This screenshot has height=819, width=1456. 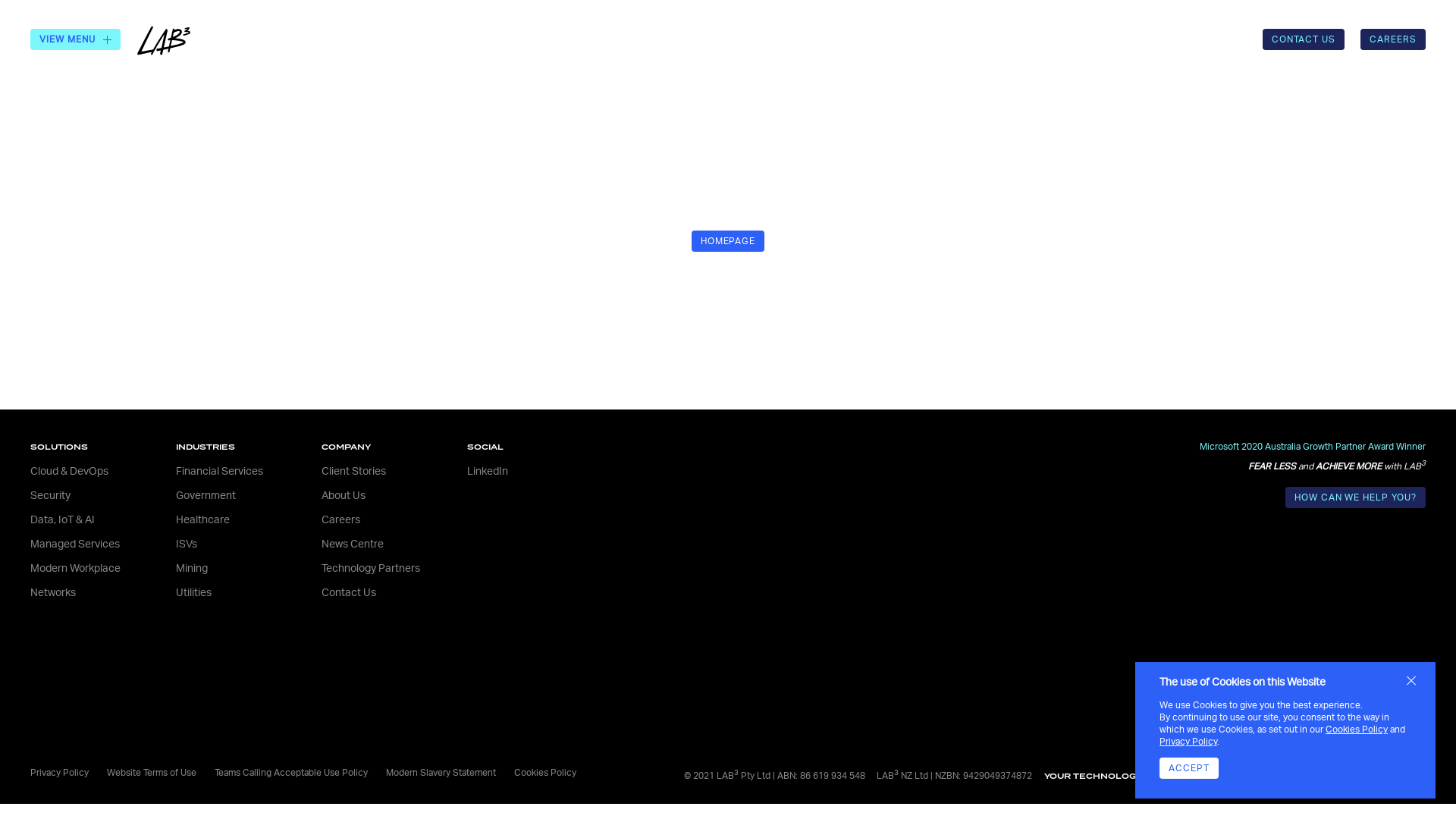 What do you see at coordinates (291, 772) in the screenshot?
I see `'Teams Calling Acceptable Use Policy'` at bounding box center [291, 772].